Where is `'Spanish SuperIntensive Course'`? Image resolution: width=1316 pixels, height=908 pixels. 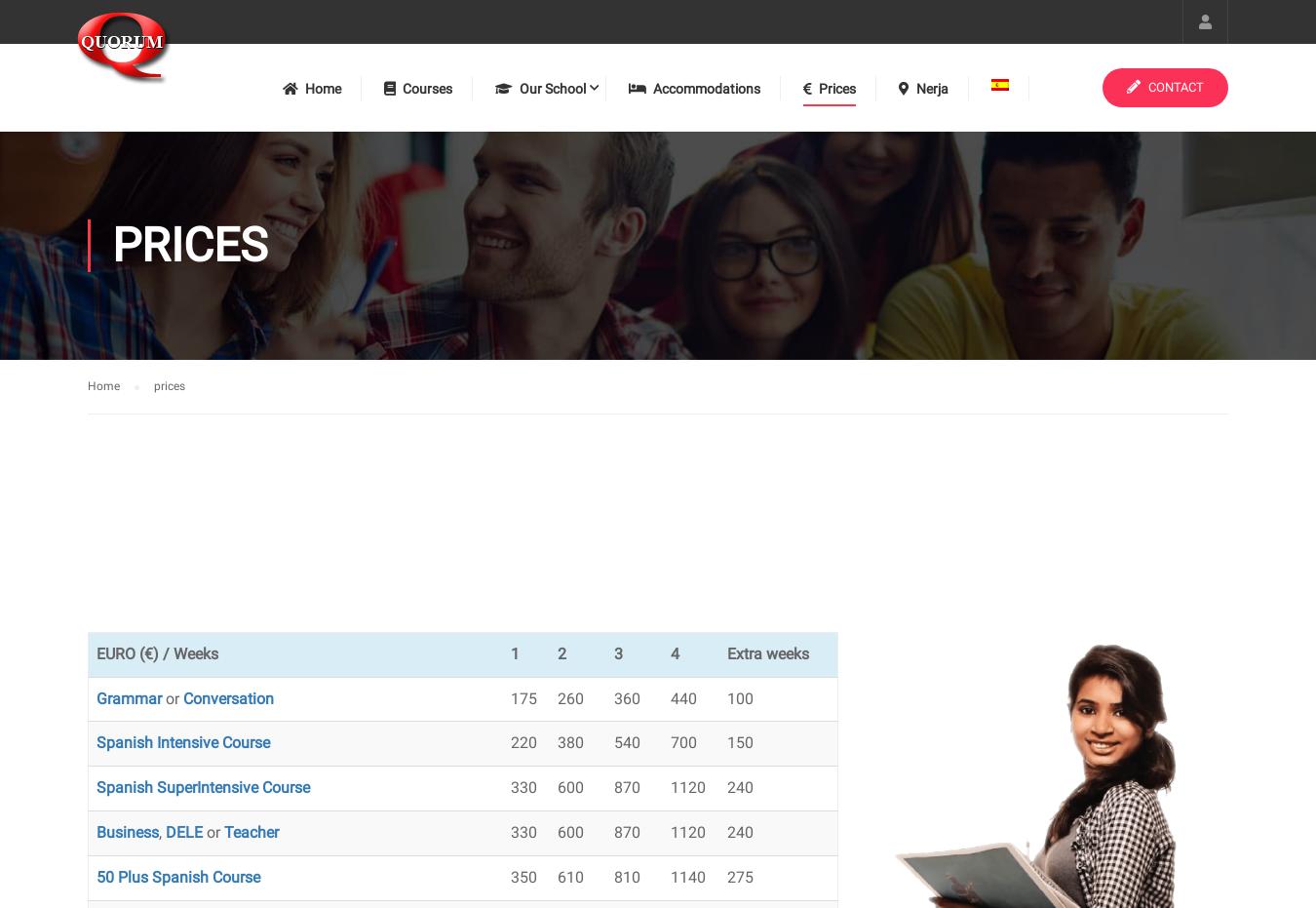 'Spanish SuperIntensive Course' is located at coordinates (203, 786).